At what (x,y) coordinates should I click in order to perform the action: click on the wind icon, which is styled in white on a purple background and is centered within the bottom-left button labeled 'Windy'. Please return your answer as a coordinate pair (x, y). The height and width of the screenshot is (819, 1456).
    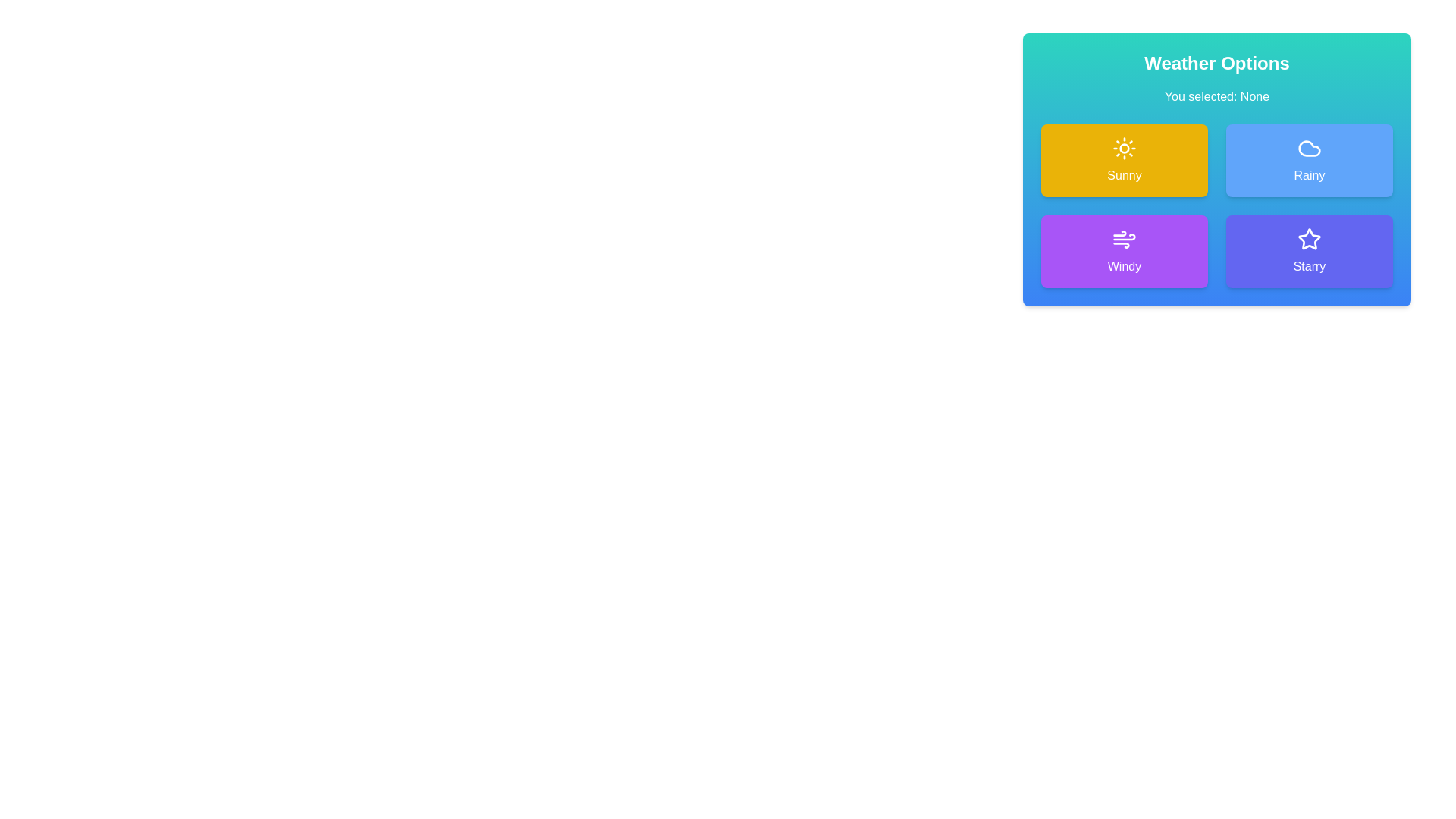
    Looking at the image, I should click on (1125, 239).